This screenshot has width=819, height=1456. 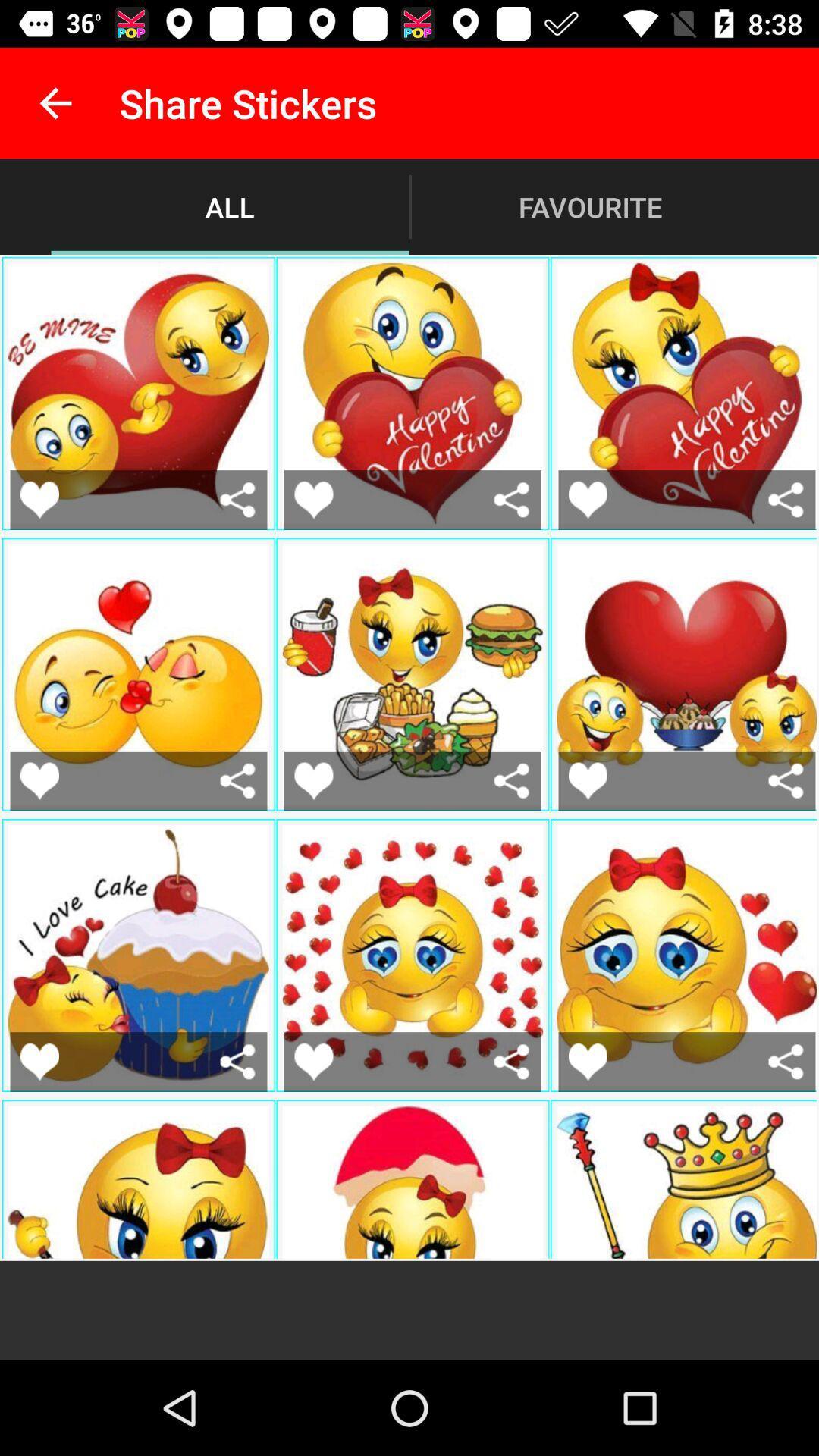 I want to click on choose favorite sticker, so click(x=39, y=780).